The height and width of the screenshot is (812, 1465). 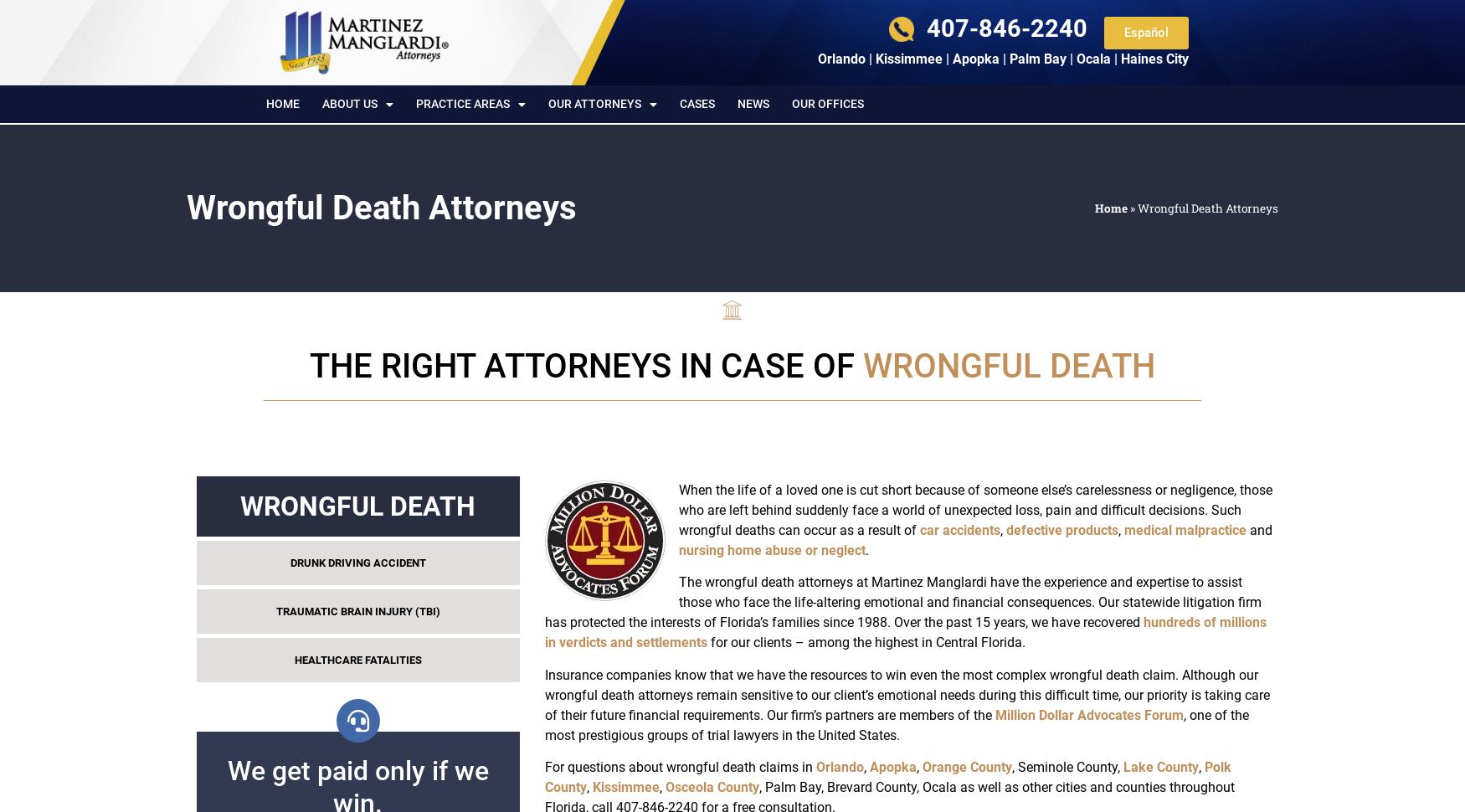 I want to click on 'Cases', so click(x=697, y=103).